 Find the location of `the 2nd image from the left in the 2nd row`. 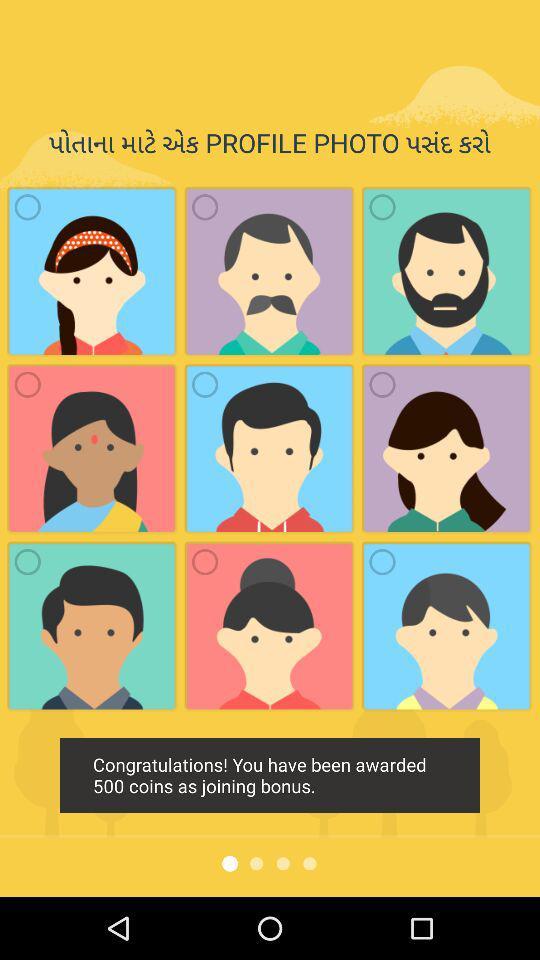

the 2nd image from the left in the 2nd row is located at coordinates (203, 383).